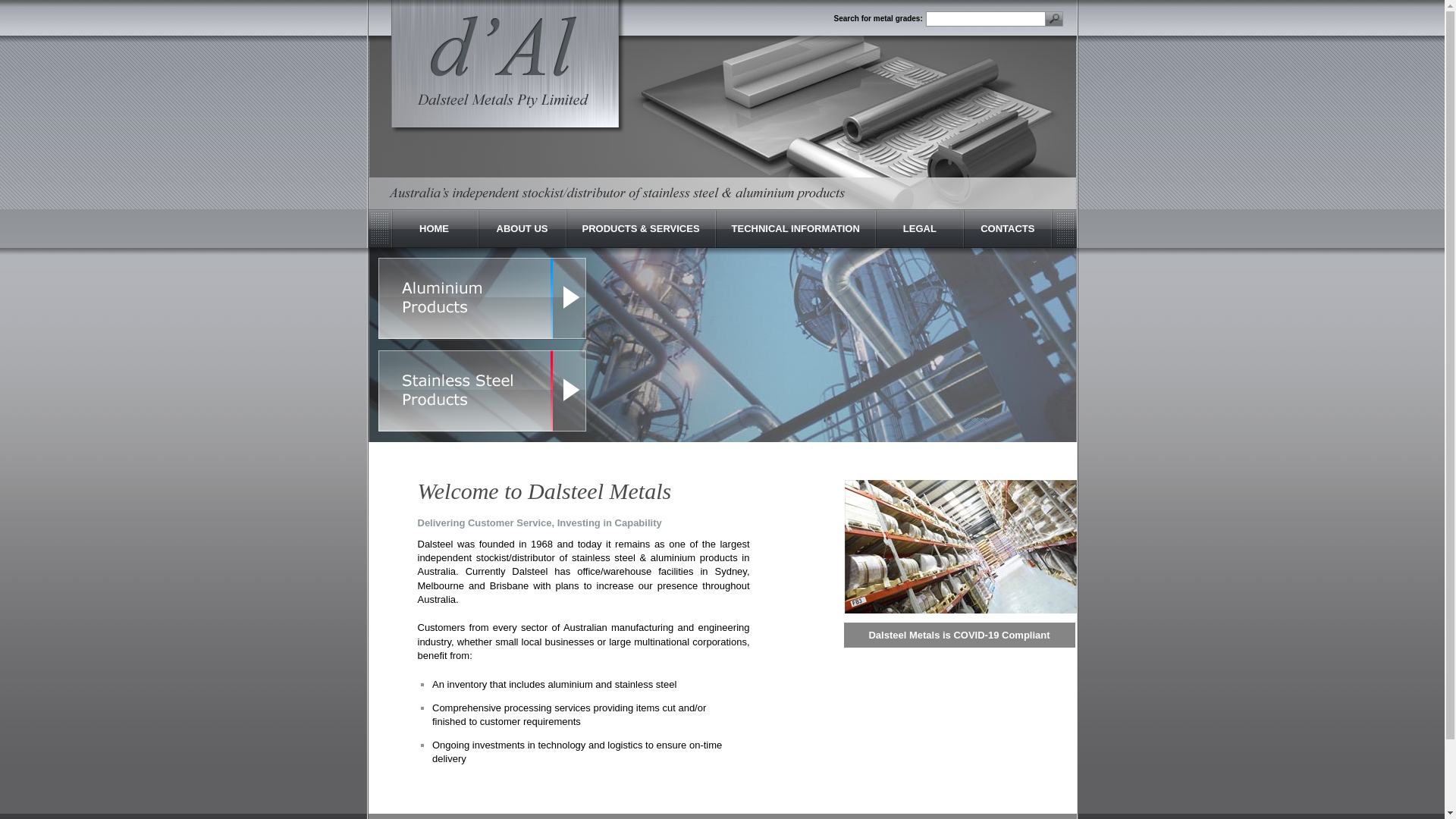 This screenshot has width=1456, height=819. What do you see at coordinates (920, 228) in the screenshot?
I see `'LEGAL'` at bounding box center [920, 228].